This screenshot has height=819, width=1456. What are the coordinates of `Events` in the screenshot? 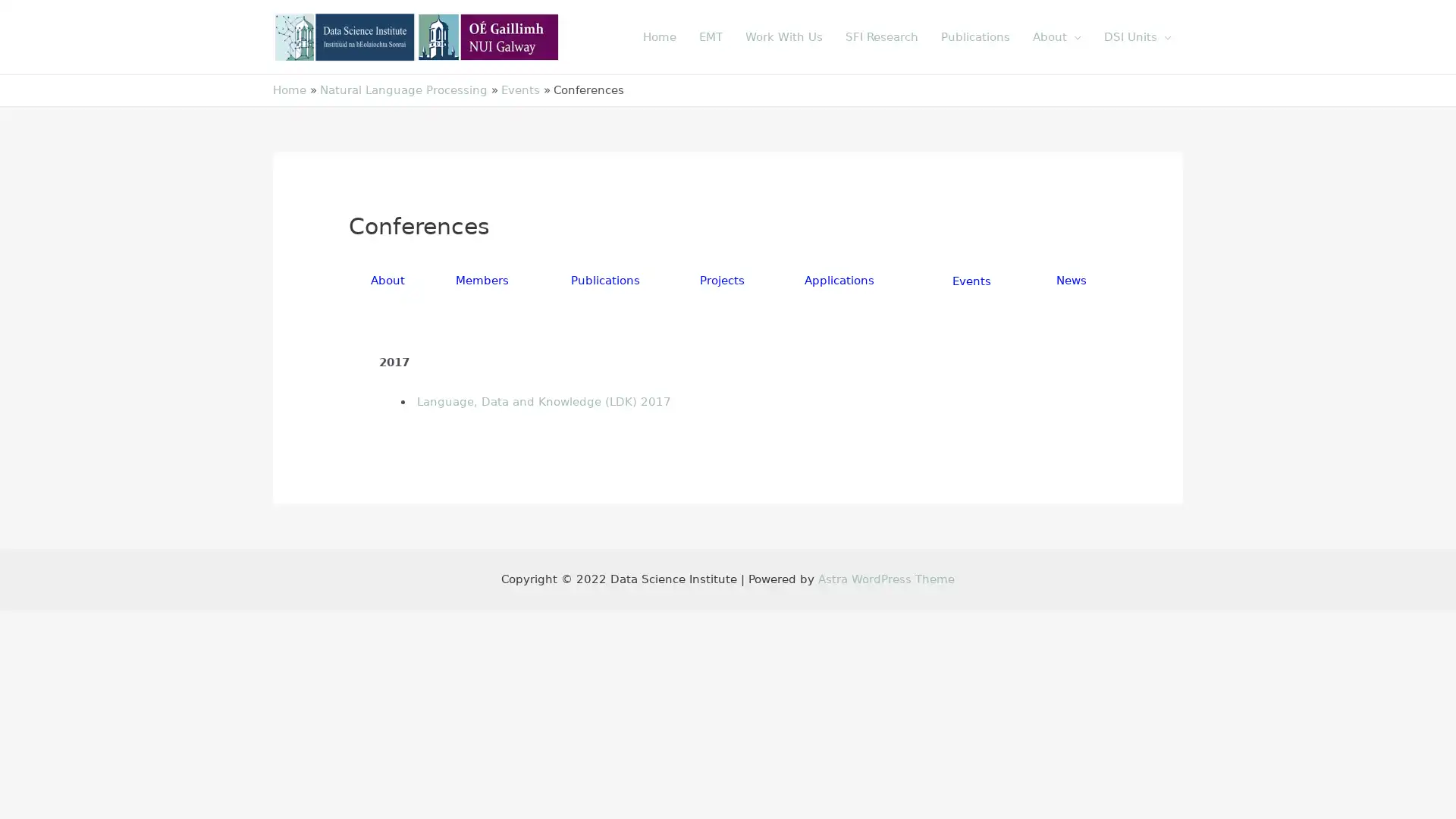 It's located at (971, 281).